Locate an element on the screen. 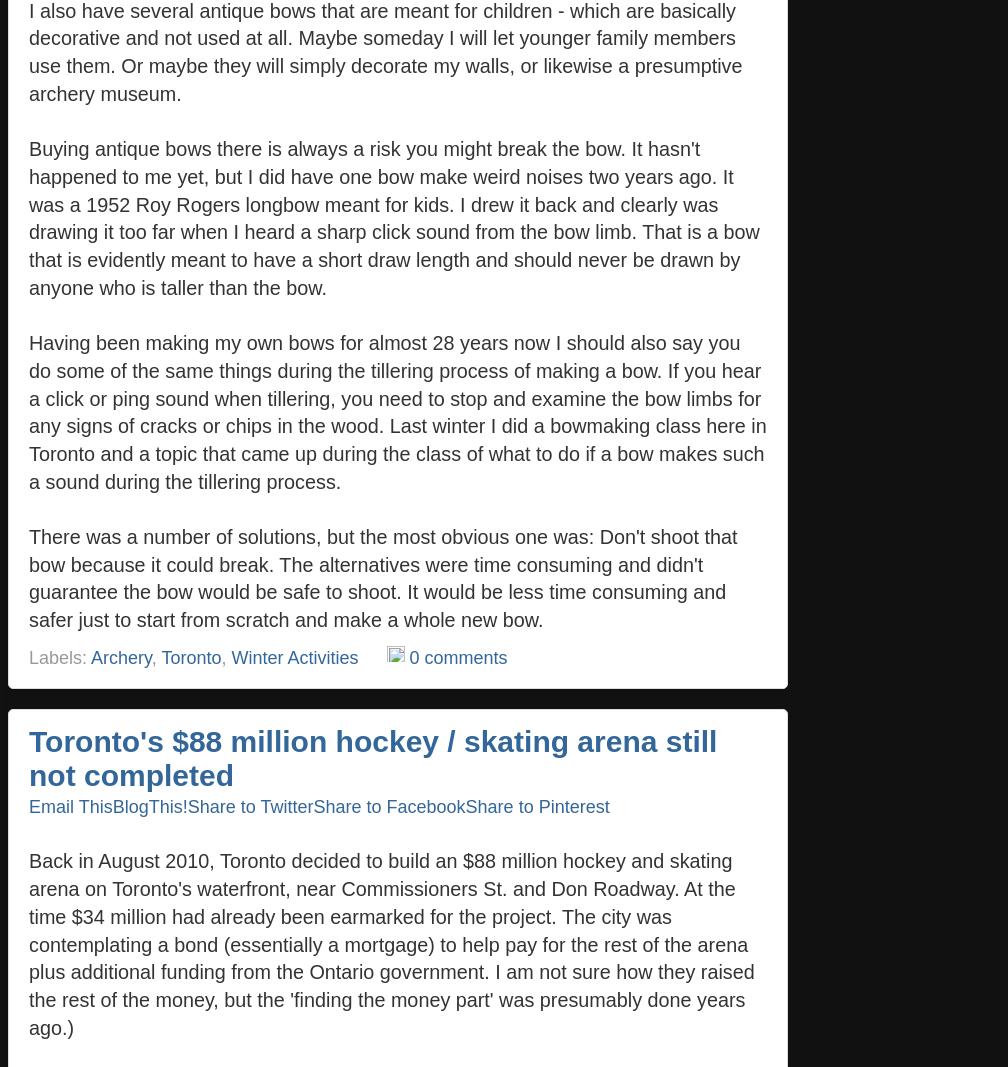  '0
comments' is located at coordinates (409, 656).